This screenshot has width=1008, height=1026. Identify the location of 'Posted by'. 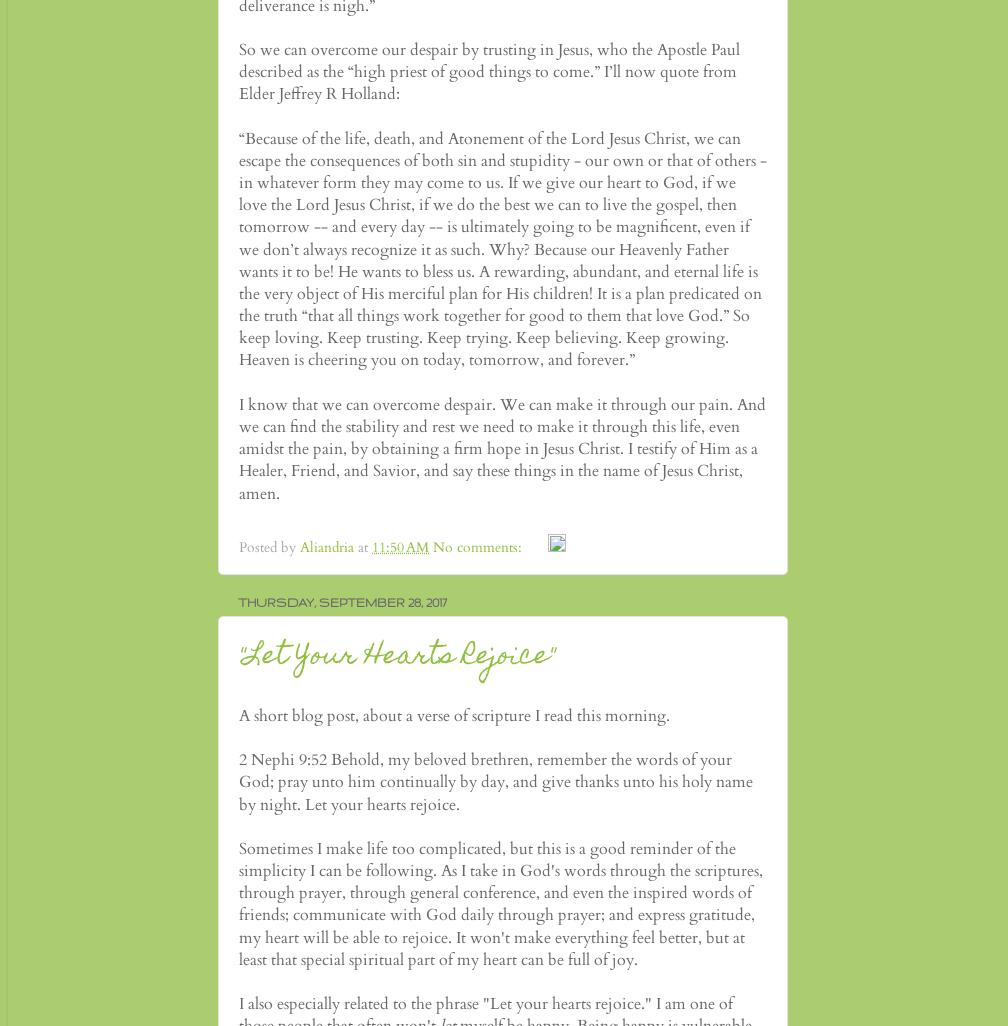
(238, 547).